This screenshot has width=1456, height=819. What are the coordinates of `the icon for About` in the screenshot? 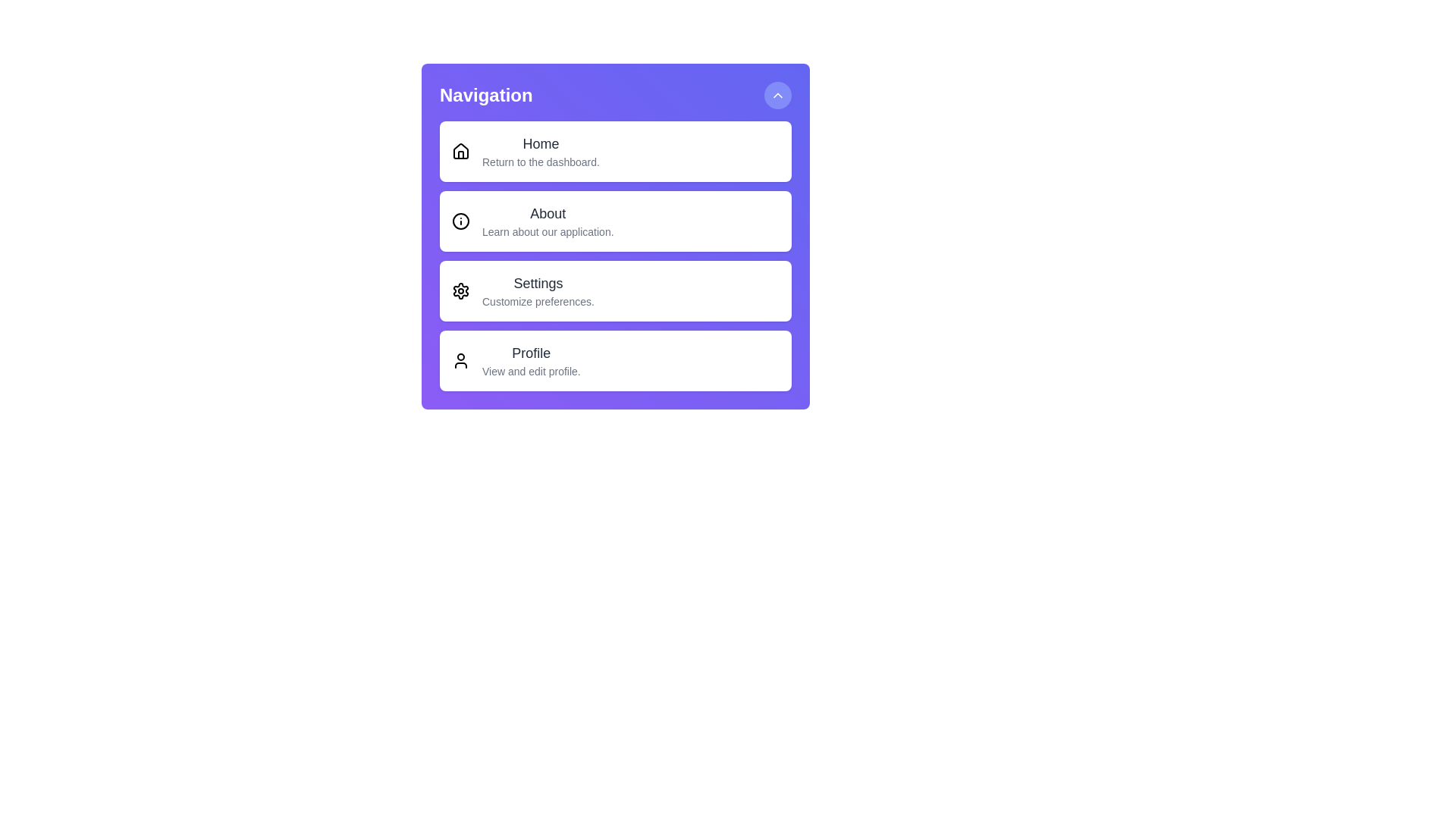 It's located at (460, 221).